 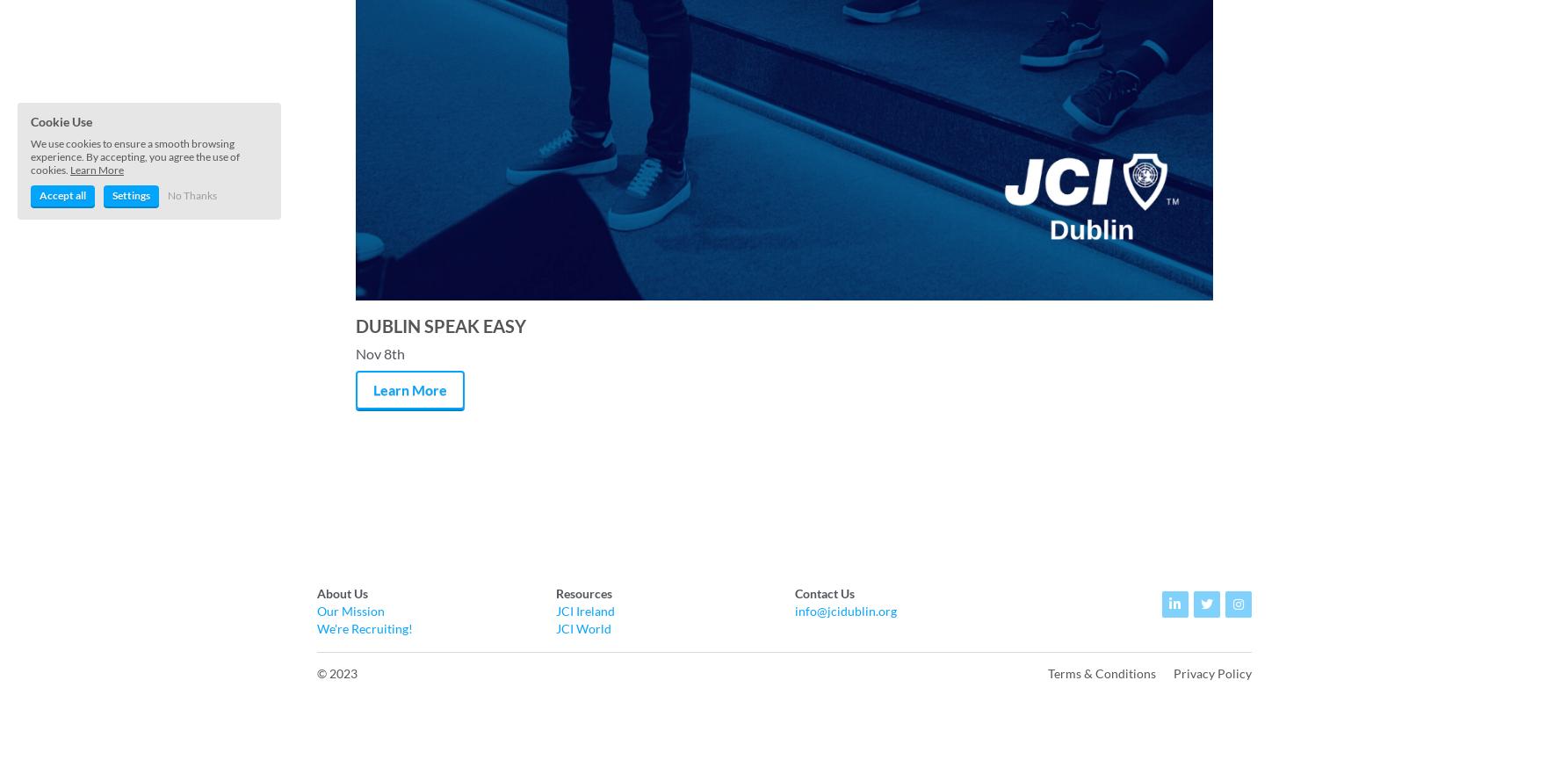 What do you see at coordinates (316, 628) in the screenshot?
I see `'We're Recruiting!'` at bounding box center [316, 628].